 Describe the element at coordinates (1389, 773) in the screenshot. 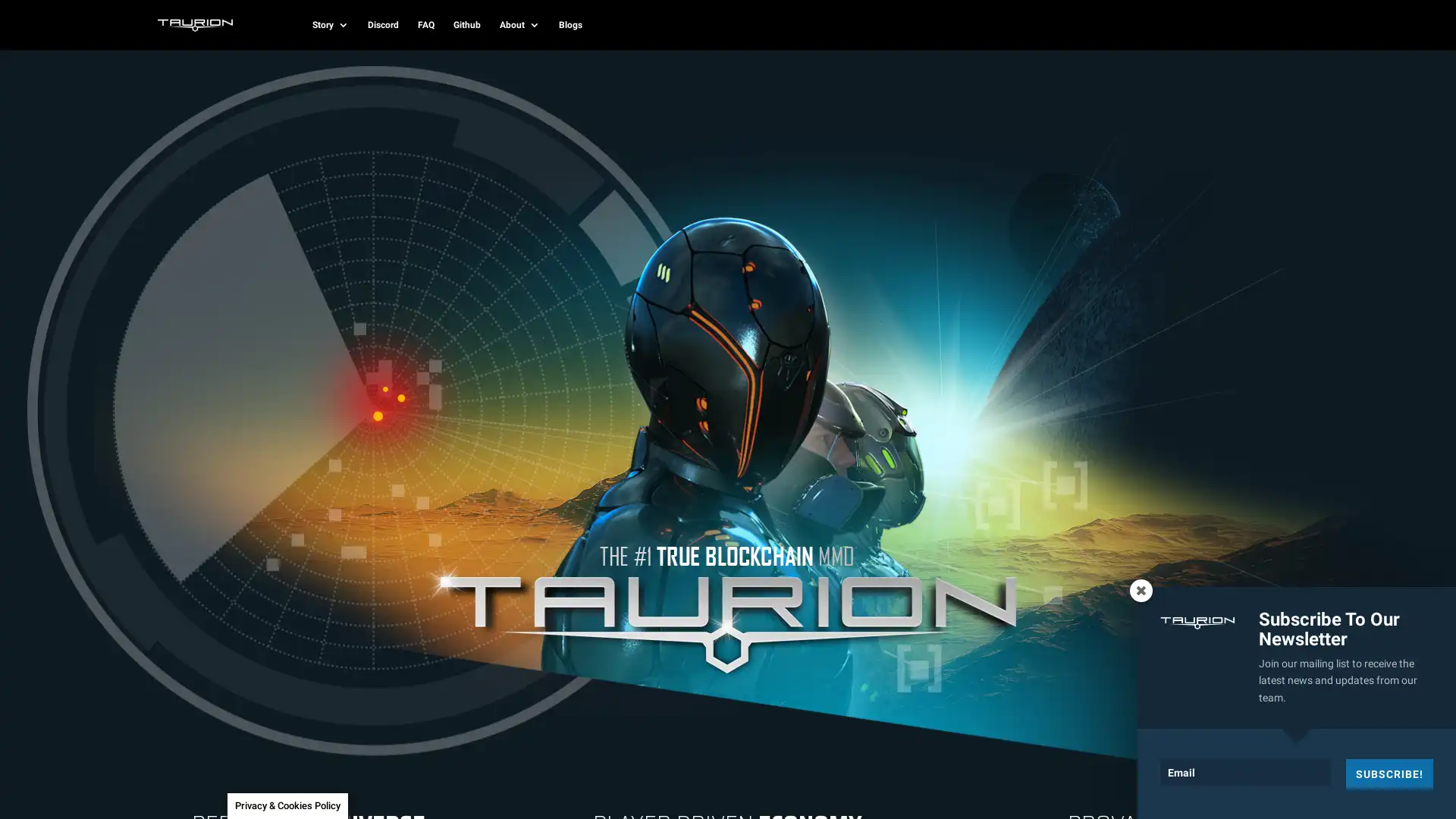

I see `SUBSCRIBE!` at that location.